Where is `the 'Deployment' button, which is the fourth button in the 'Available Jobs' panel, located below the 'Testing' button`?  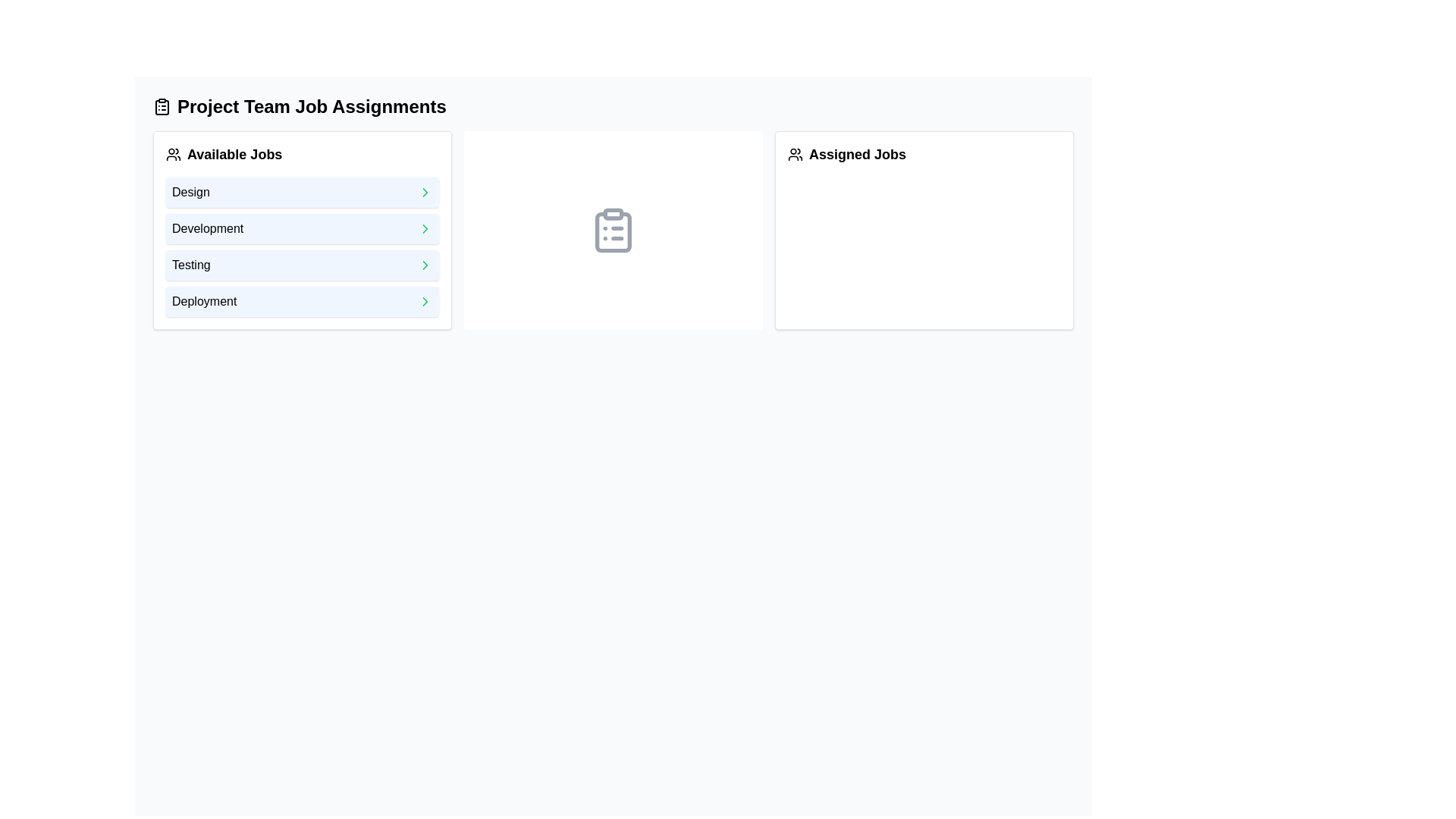
the 'Deployment' button, which is the fourth button in the 'Available Jobs' panel, located below the 'Testing' button is located at coordinates (302, 301).